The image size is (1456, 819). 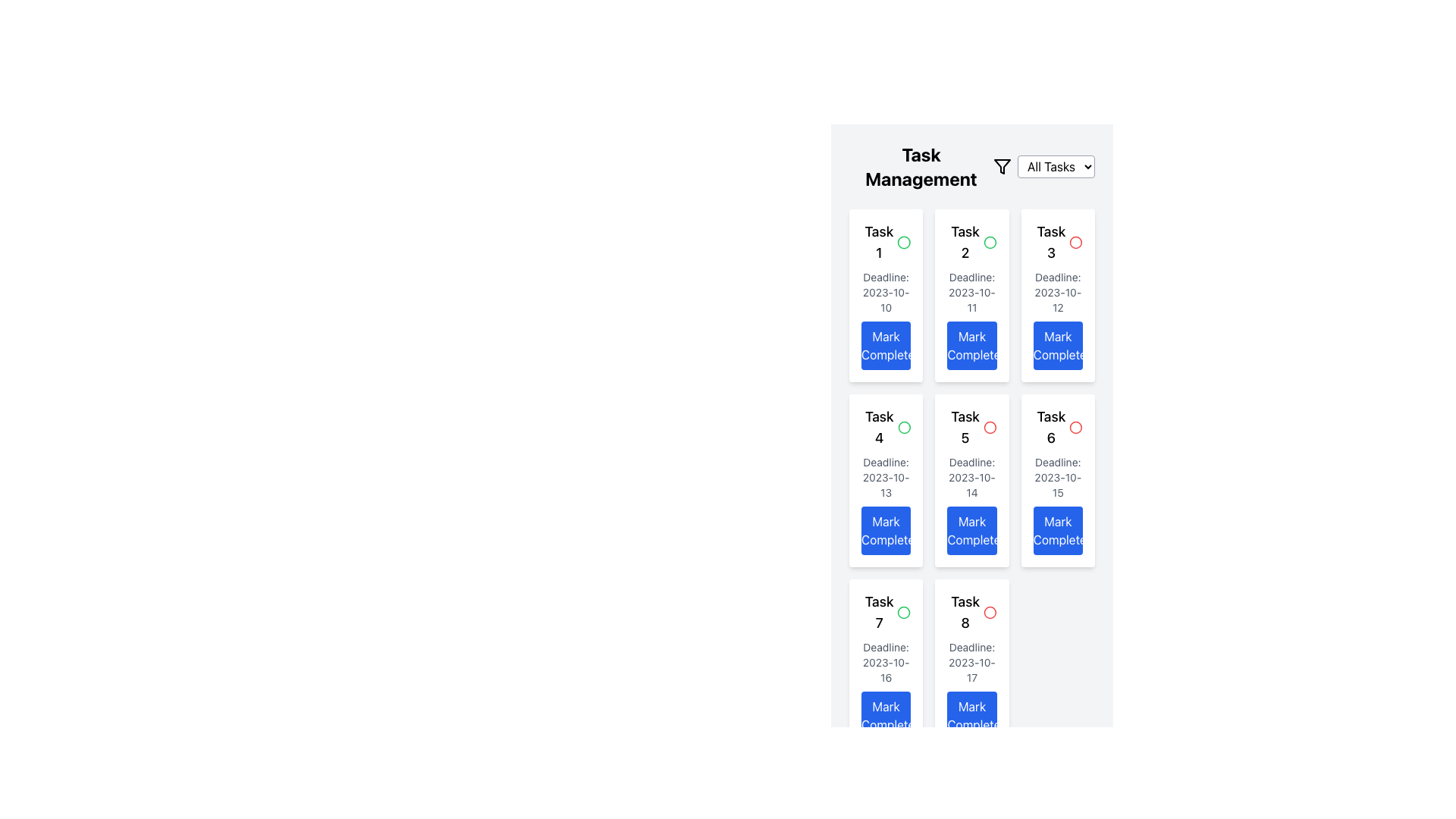 What do you see at coordinates (971, 427) in the screenshot?
I see `the Text Label that serves as the title or identifier of the associated task within the 'Task 5' card, which is located in the second row and third column of the grid layout` at bounding box center [971, 427].